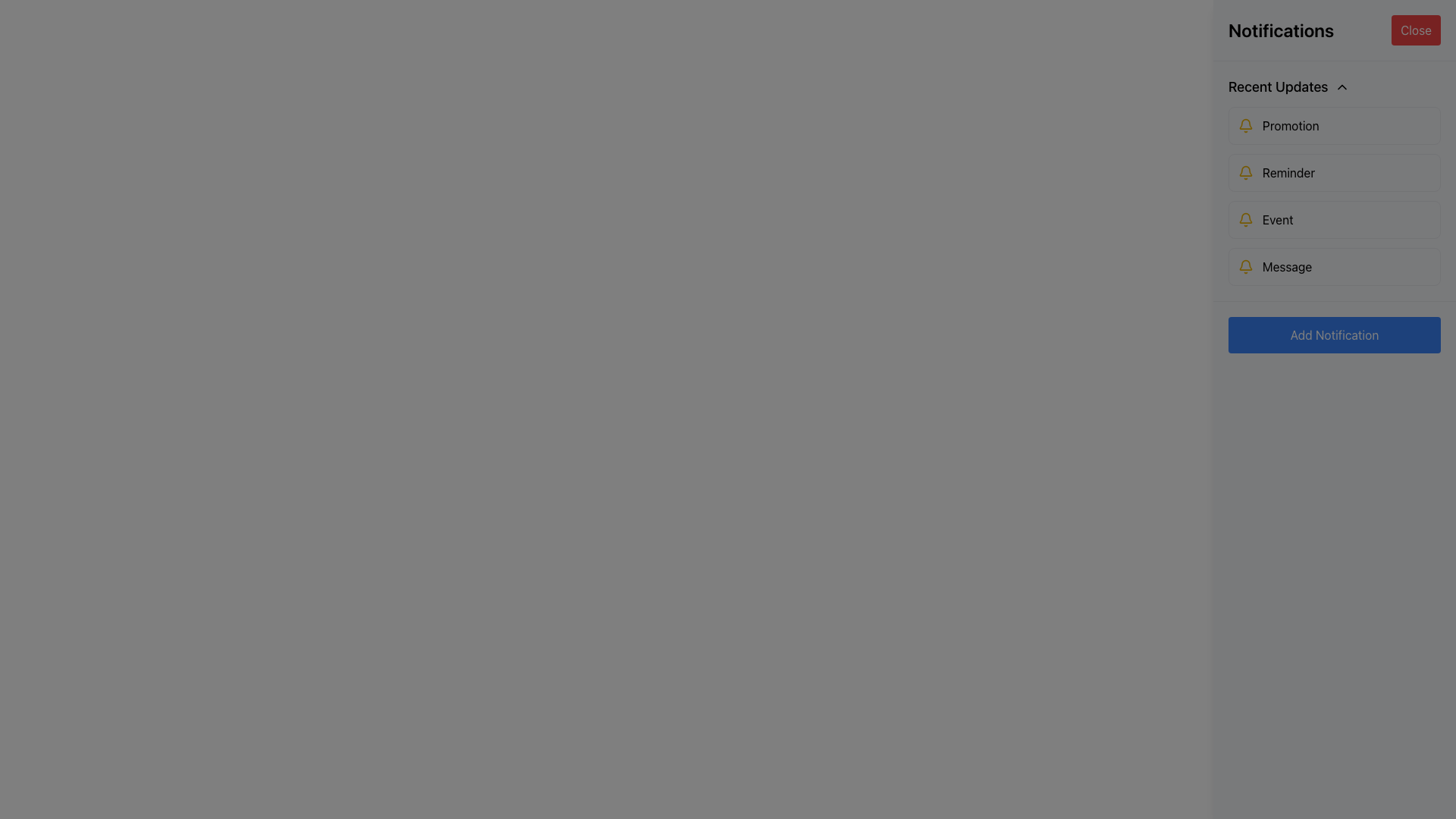  Describe the element at coordinates (1341, 87) in the screenshot. I see `the small upward chevron icon located to the right of the text 'Recent Updates' in the header section` at that location.